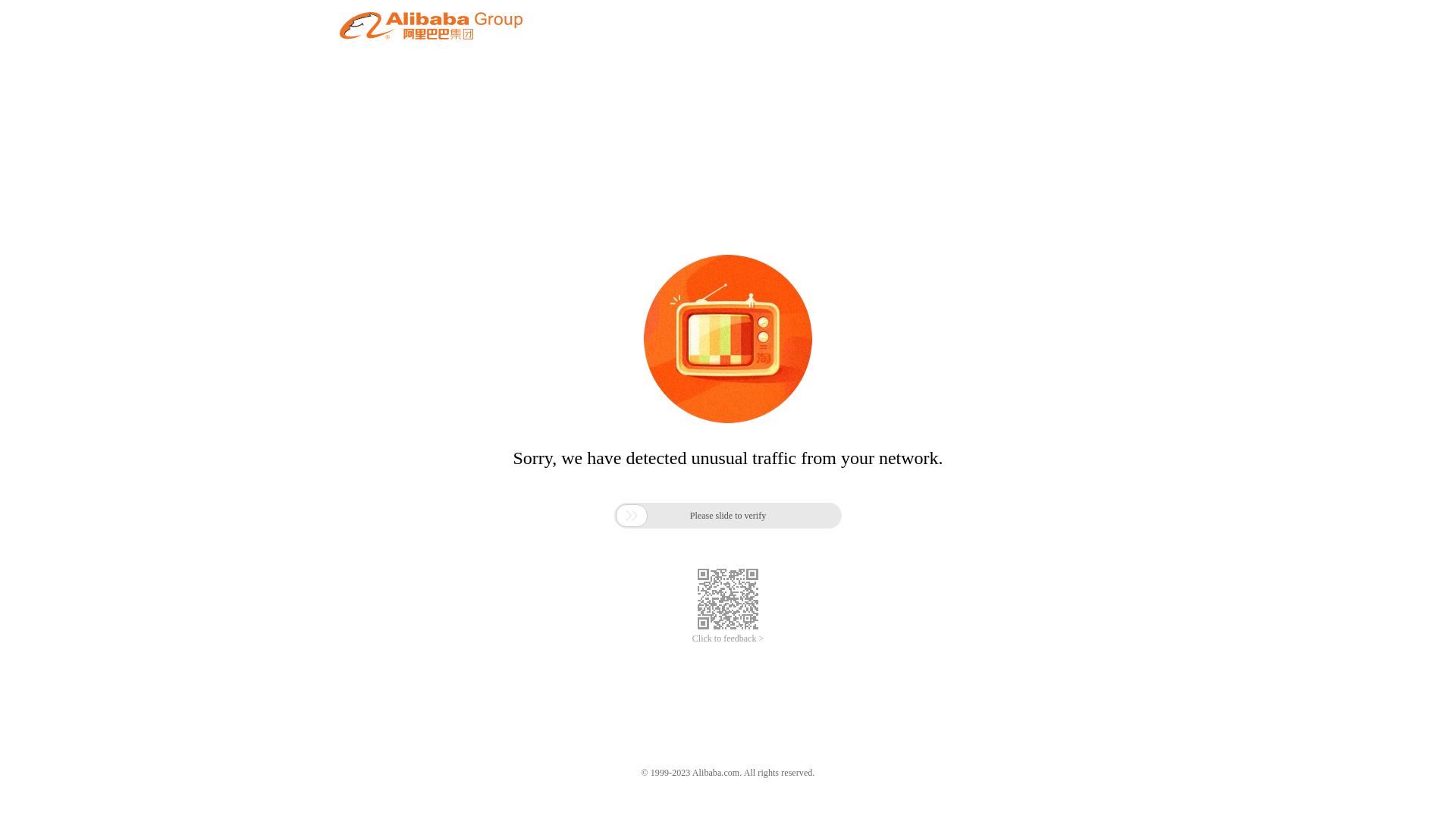 The width and height of the screenshot is (1456, 819). What do you see at coordinates (728, 639) in the screenshot?
I see `'Click to feedback >'` at bounding box center [728, 639].